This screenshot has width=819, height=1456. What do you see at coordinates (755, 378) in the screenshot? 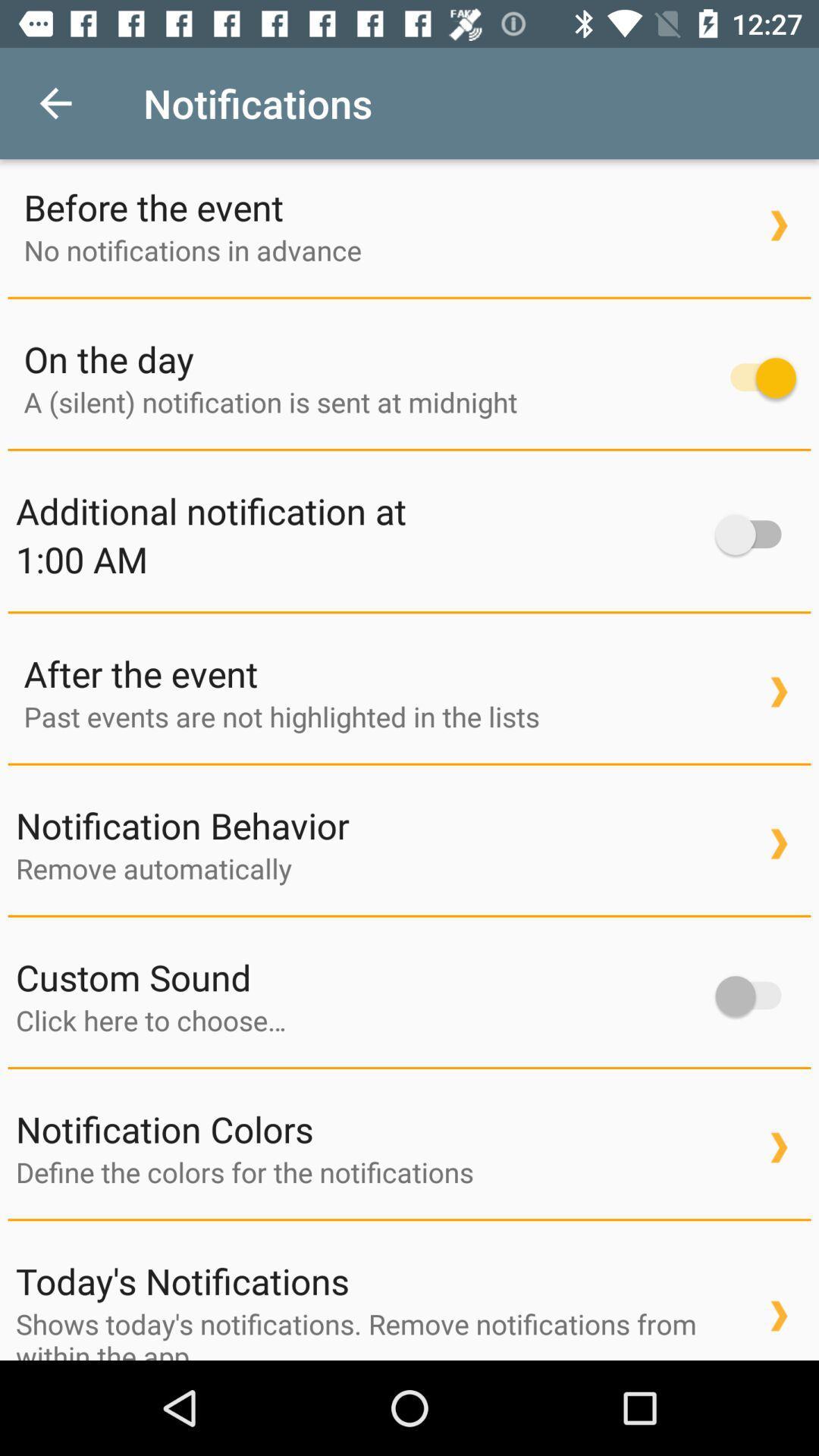
I see `notification on day of event` at bounding box center [755, 378].